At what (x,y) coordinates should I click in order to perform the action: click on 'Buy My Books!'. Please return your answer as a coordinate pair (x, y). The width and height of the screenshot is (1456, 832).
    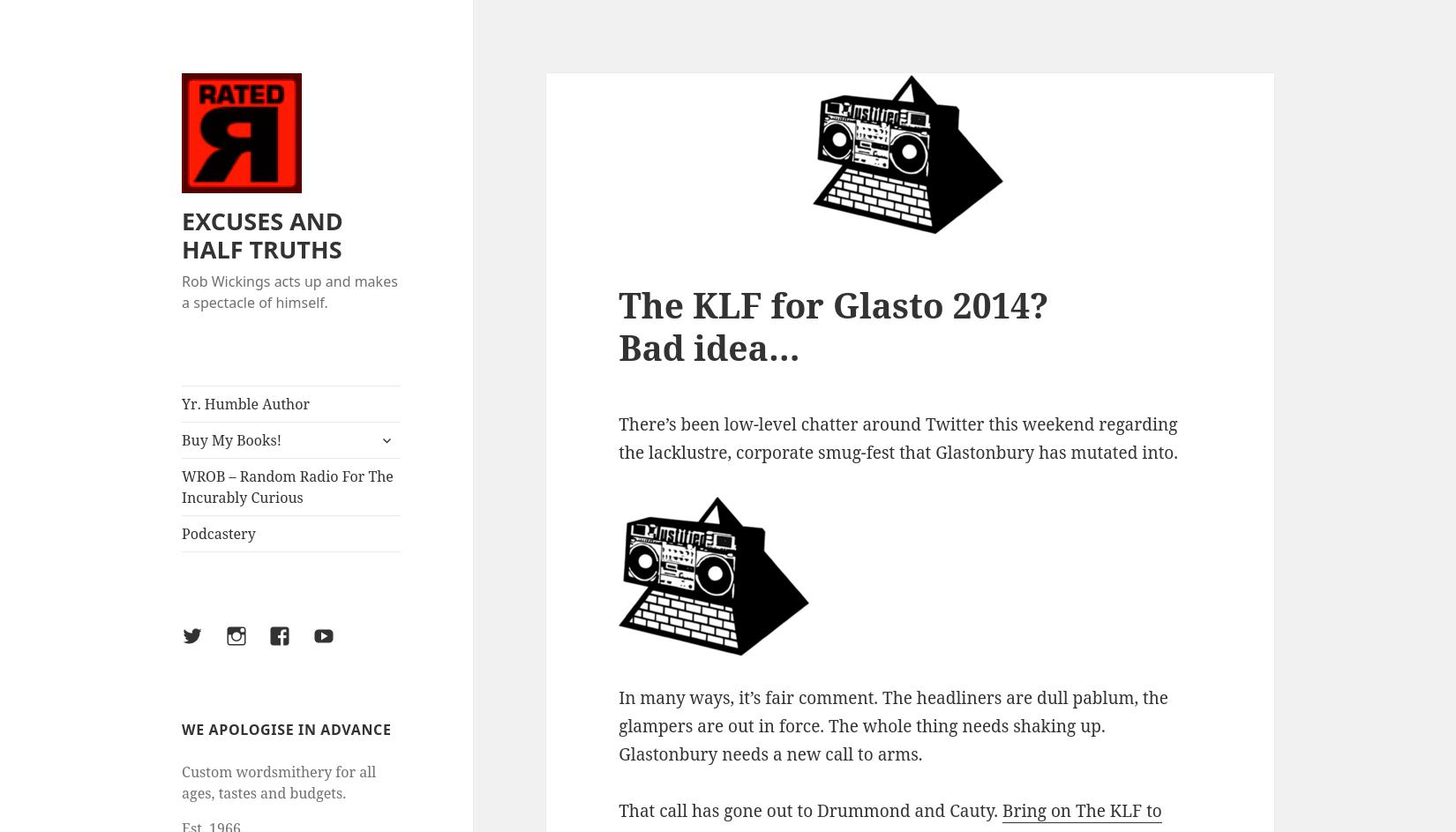
    Looking at the image, I should click on (231, 439).